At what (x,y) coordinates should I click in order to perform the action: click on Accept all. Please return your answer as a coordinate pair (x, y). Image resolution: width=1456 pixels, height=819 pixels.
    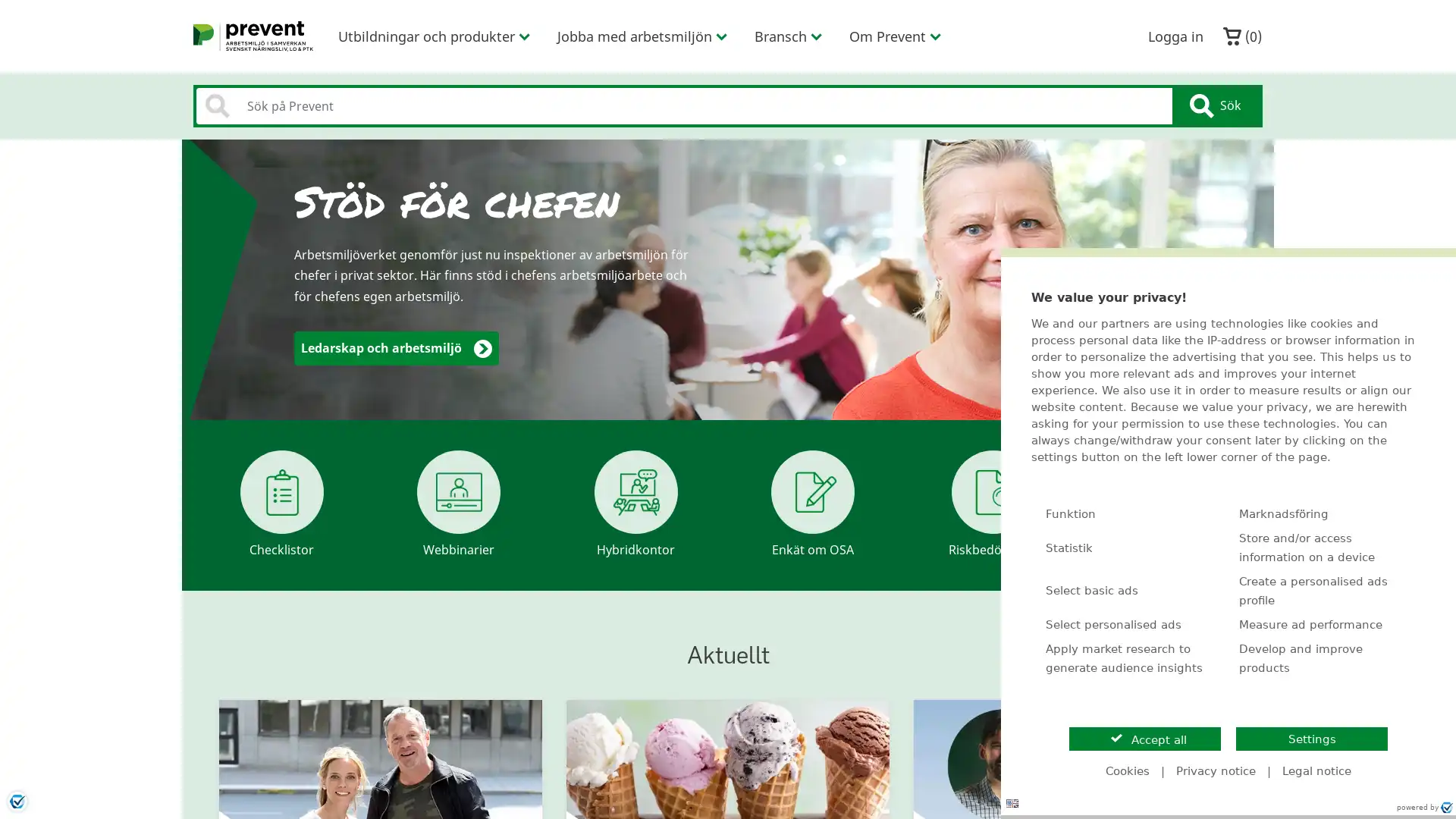
    Looking at the image, I should click on (1145, 738).